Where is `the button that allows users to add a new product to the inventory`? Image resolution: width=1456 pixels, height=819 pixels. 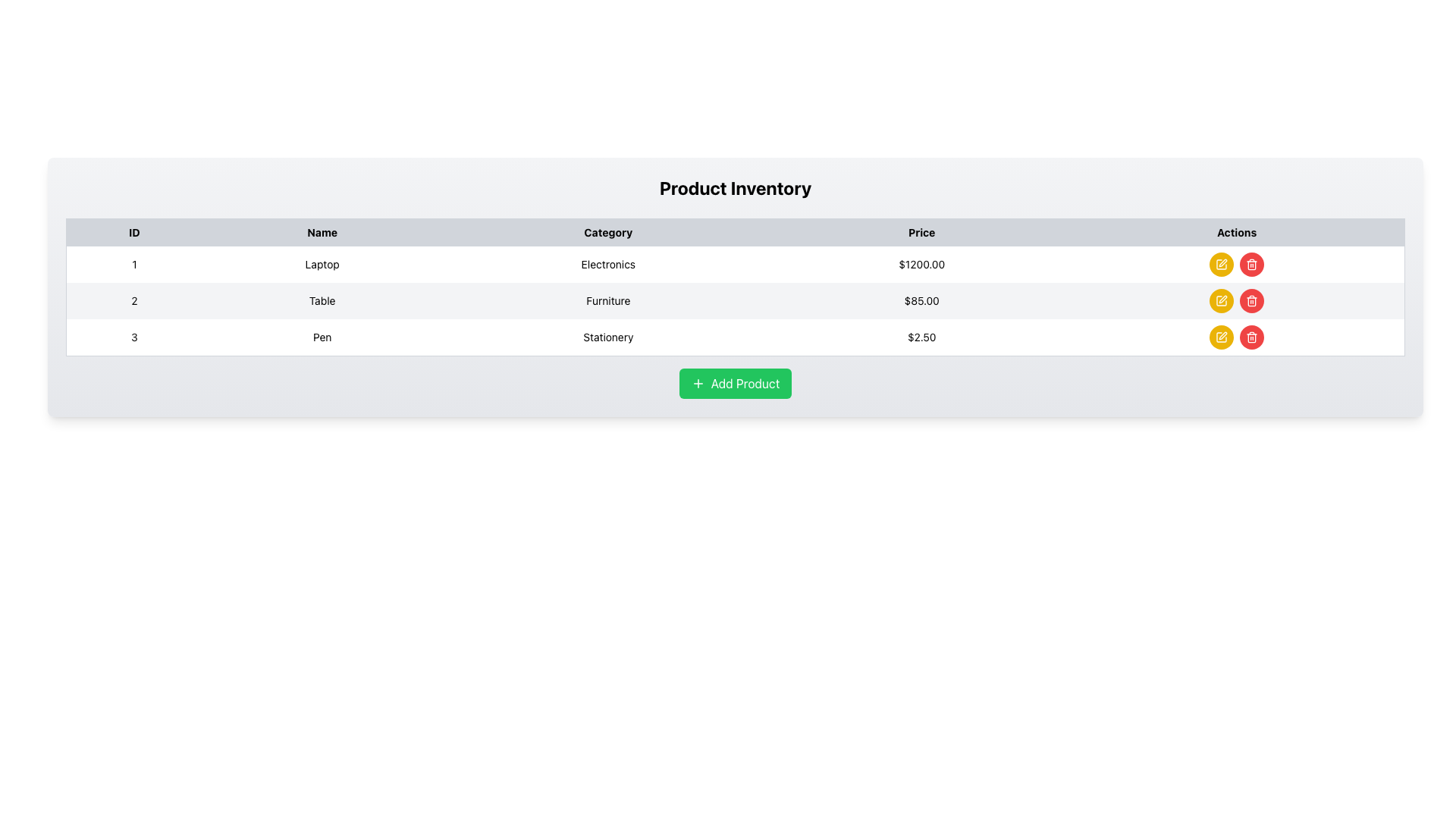
the button that allows users to add a new product to the inventory is located at coordinates (735, 382).